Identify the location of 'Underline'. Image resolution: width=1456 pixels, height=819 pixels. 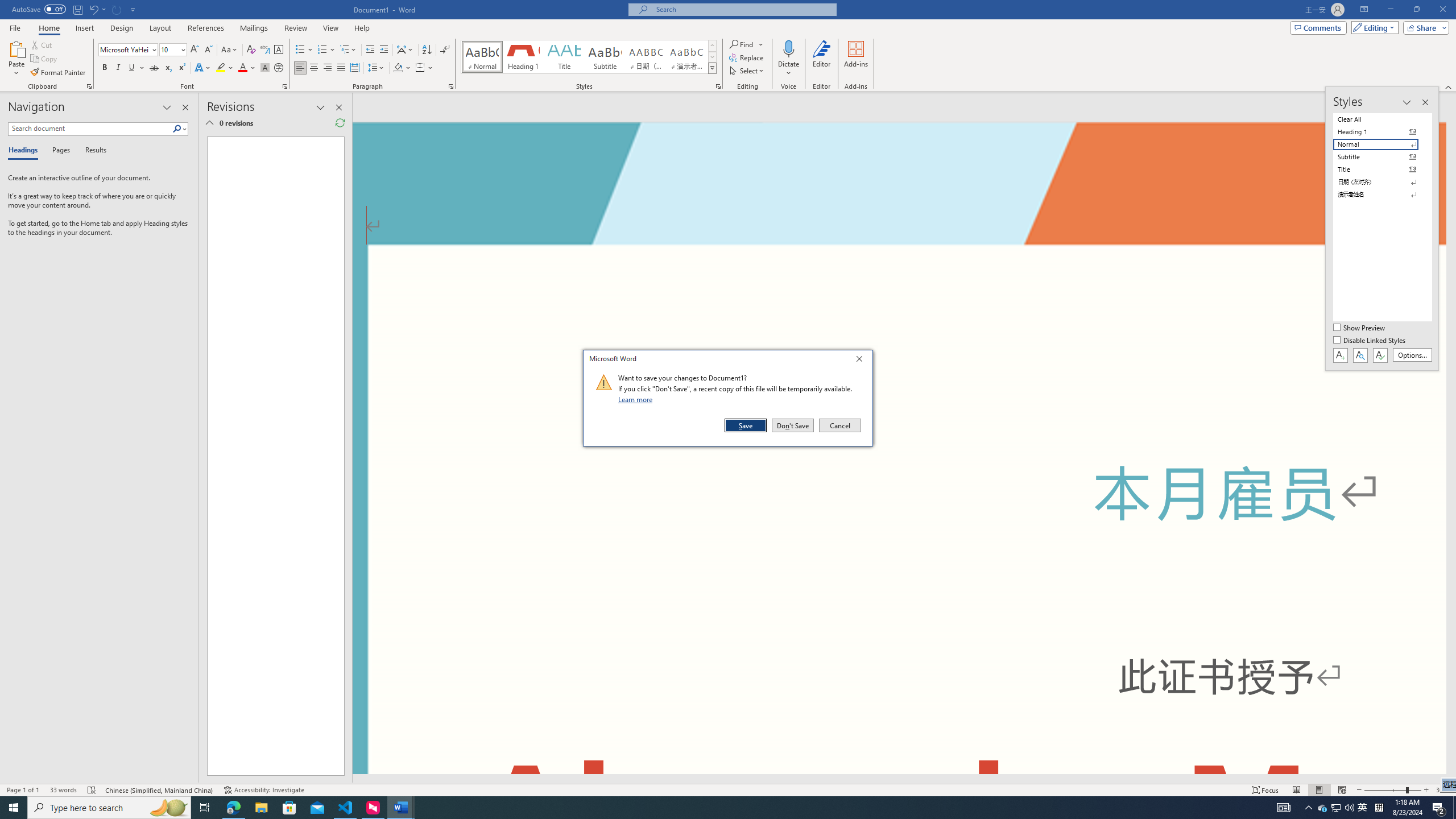
(131, 67).